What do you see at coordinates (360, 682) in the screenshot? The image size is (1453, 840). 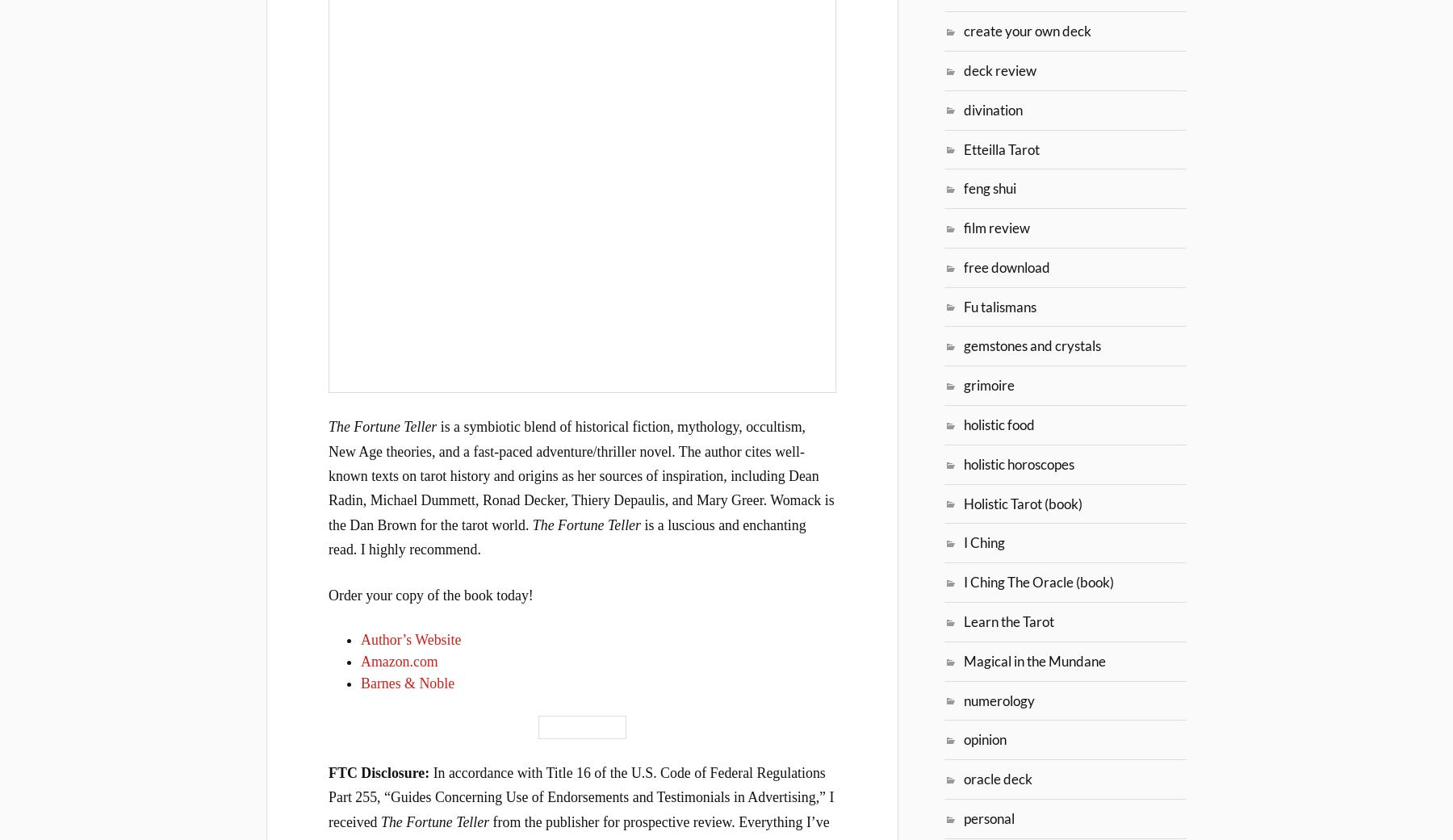 I see `'Barnes & Noble'` at bounding box center [360, 682].